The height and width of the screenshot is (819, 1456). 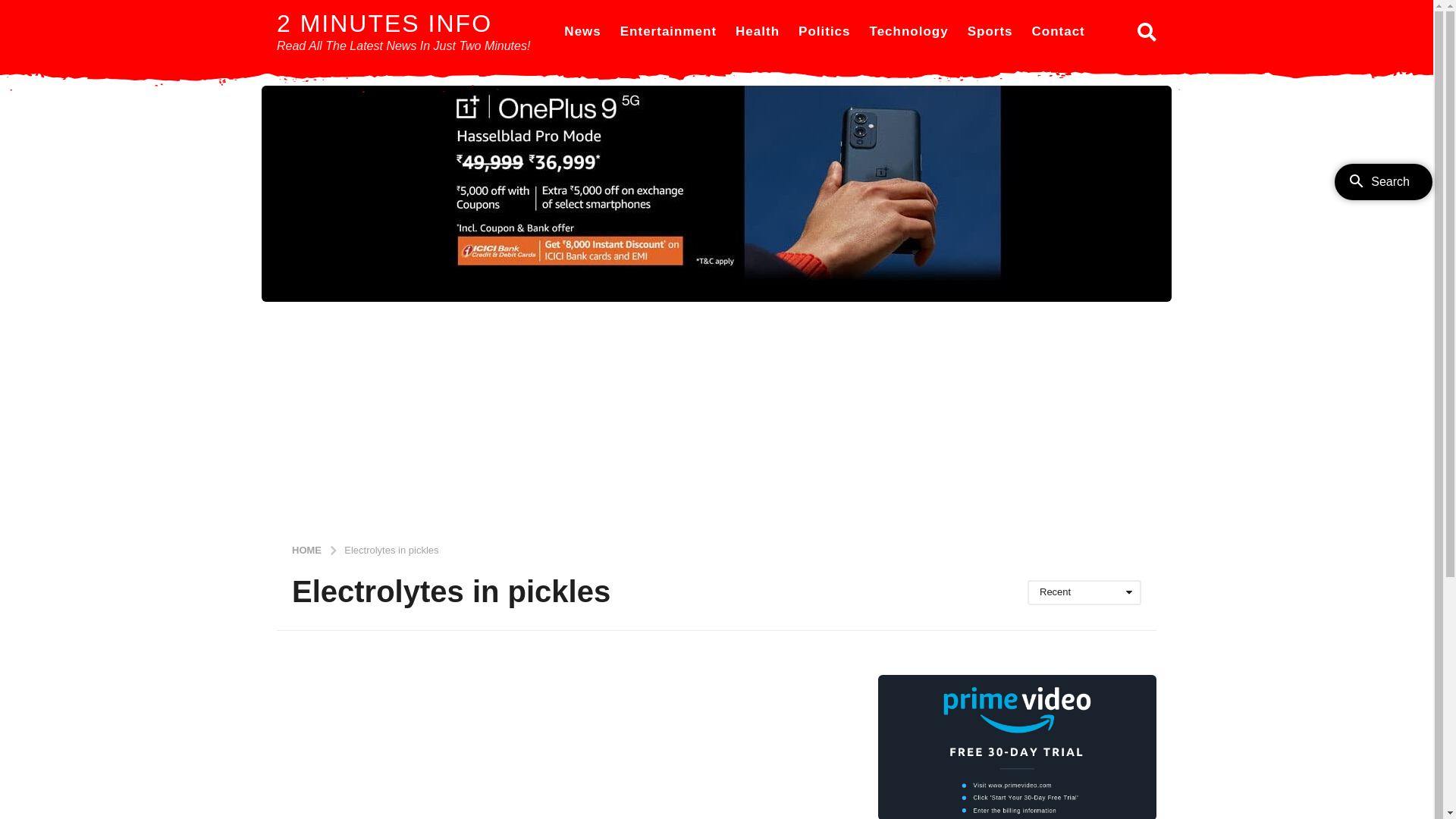 I want to click on 'Electrolytes in pickles', so click(x=391, y=549).